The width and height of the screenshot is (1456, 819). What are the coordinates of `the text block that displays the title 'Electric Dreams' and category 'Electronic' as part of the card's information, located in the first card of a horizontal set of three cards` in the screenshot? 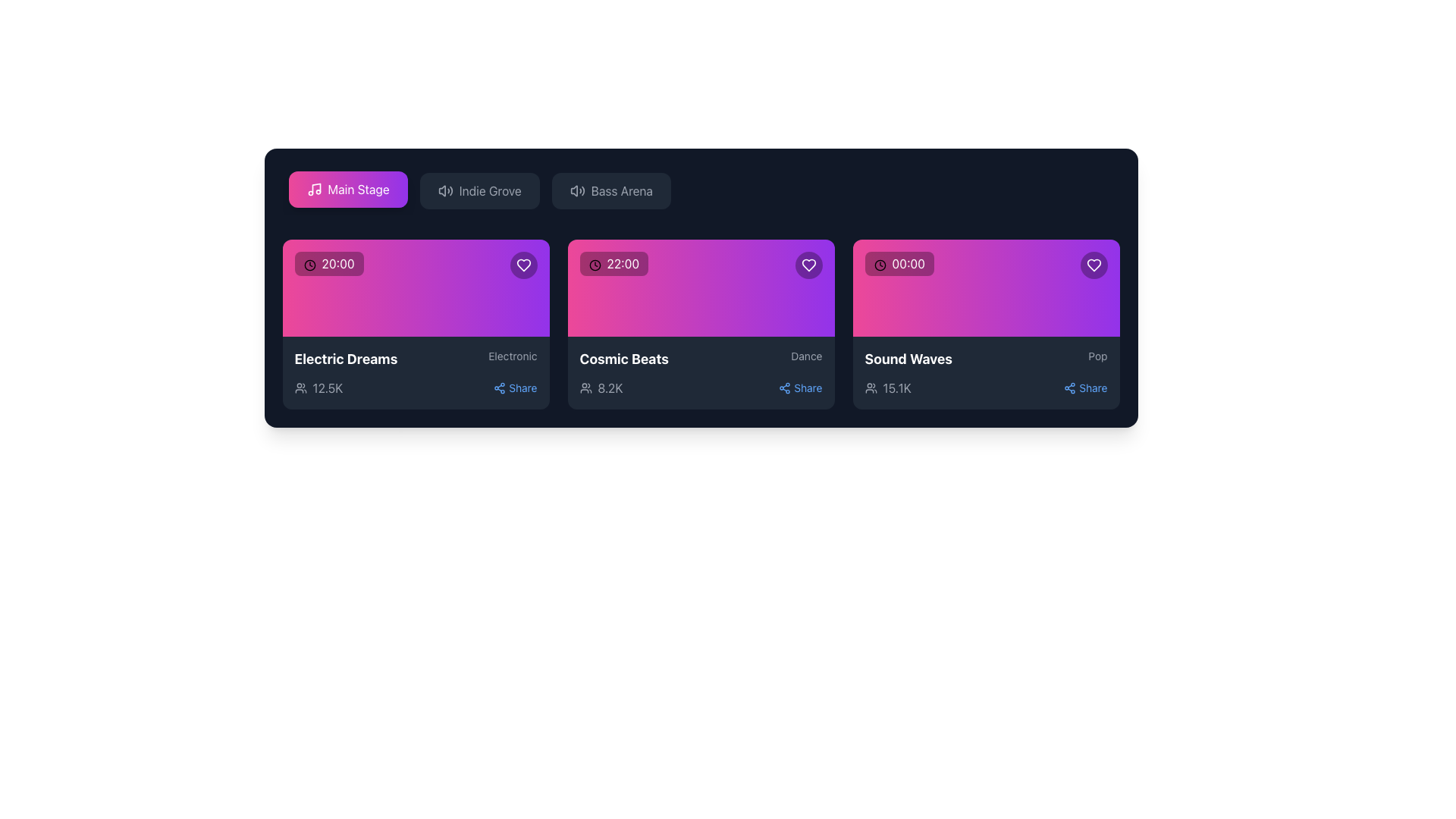 It's located at (416, 359).